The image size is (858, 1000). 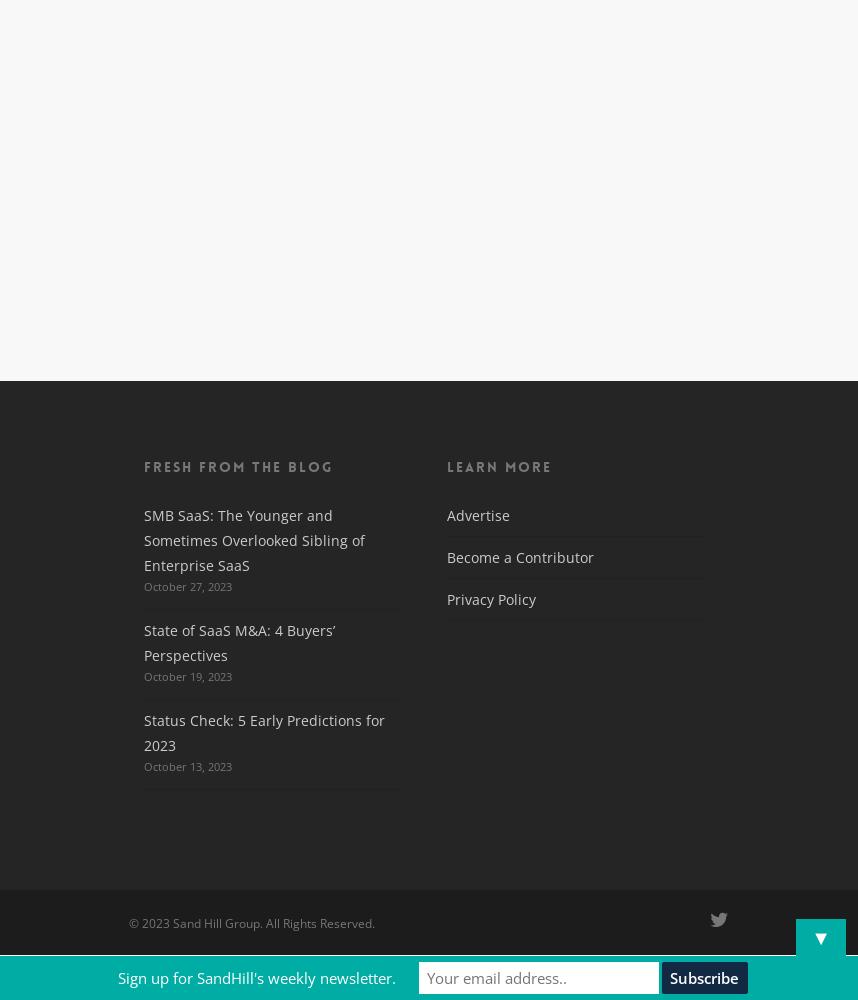 I want to click on 'State of SaaS M&A: 4 Buyers’ Perspectives', so click(x=238, y=643).